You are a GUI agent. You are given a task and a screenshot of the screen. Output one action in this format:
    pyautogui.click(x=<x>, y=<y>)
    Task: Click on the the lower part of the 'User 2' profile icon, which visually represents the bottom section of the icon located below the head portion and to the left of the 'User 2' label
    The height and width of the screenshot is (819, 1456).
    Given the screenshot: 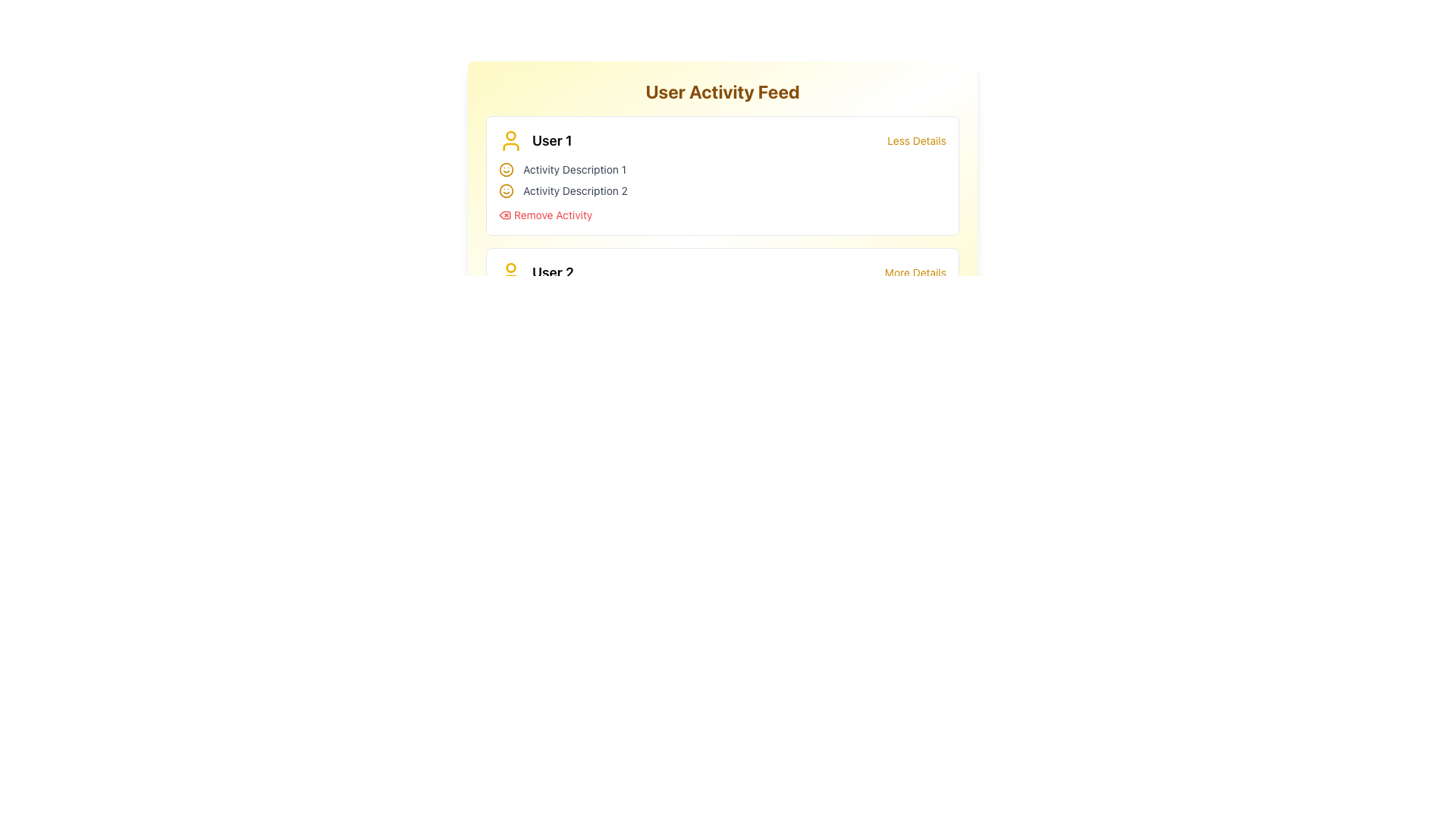 What is the action you would take?
    pyautogui.click(x=510, y=278)
    